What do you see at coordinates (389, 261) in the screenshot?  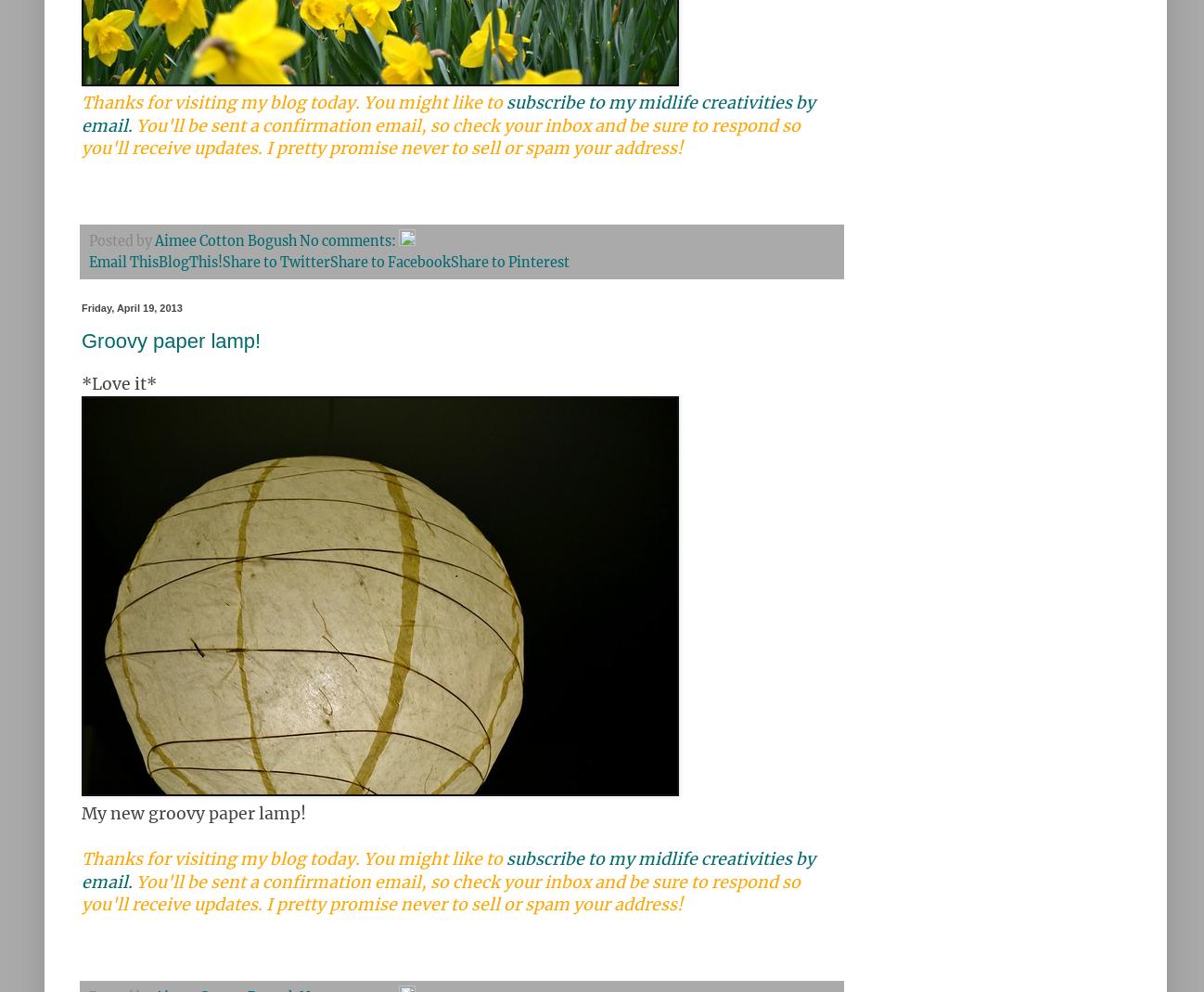 I see `'Share to Facebook'` at bounding box center [389, 261].